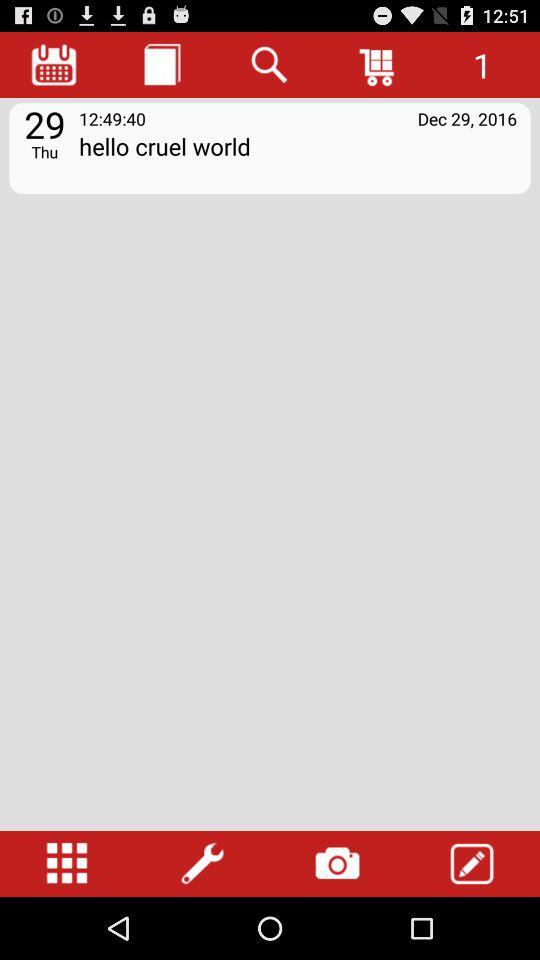  Describe the element at coordinates (54, 64) in the screenshot. I see `open calendar` at that location.